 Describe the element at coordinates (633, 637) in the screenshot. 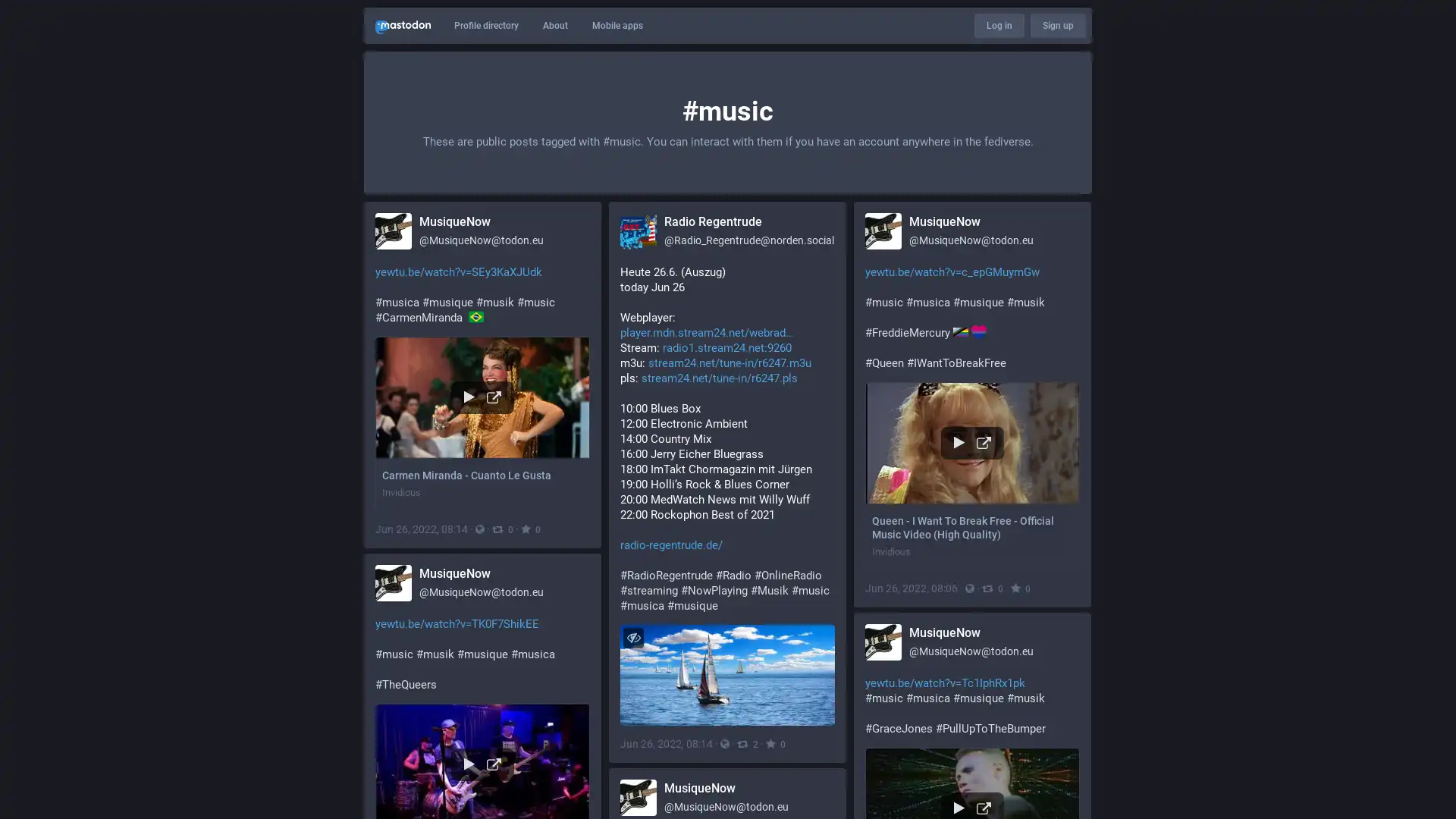

I see `Hide image` at that location.